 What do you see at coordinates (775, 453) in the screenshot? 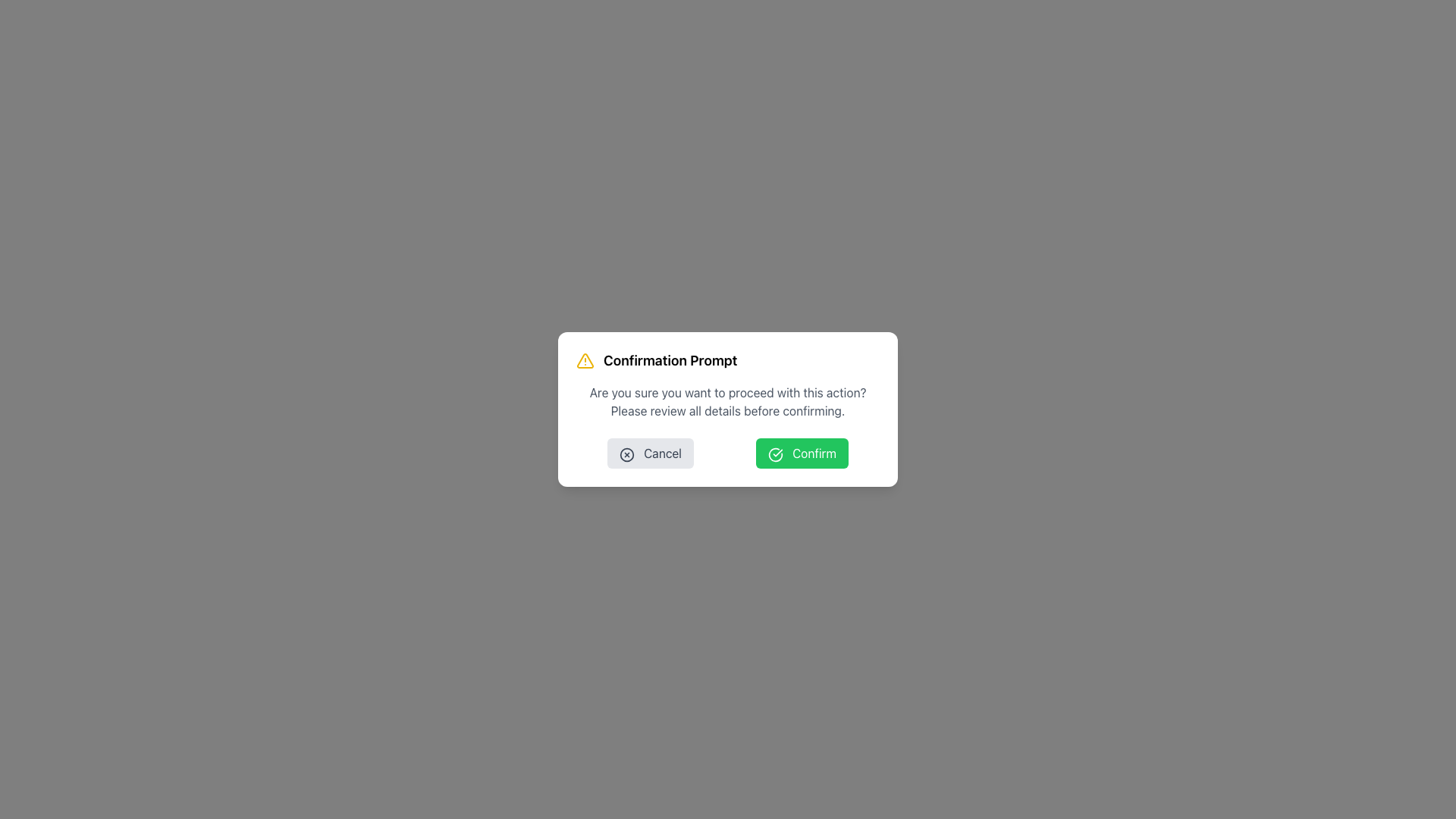
I see `the circular icon with a green border and check mark inside, located to the left of the 'Confirm' text in the green 'Confirm' button at the bottom-right of the modal dialog box` at bounding box center [775, 453].